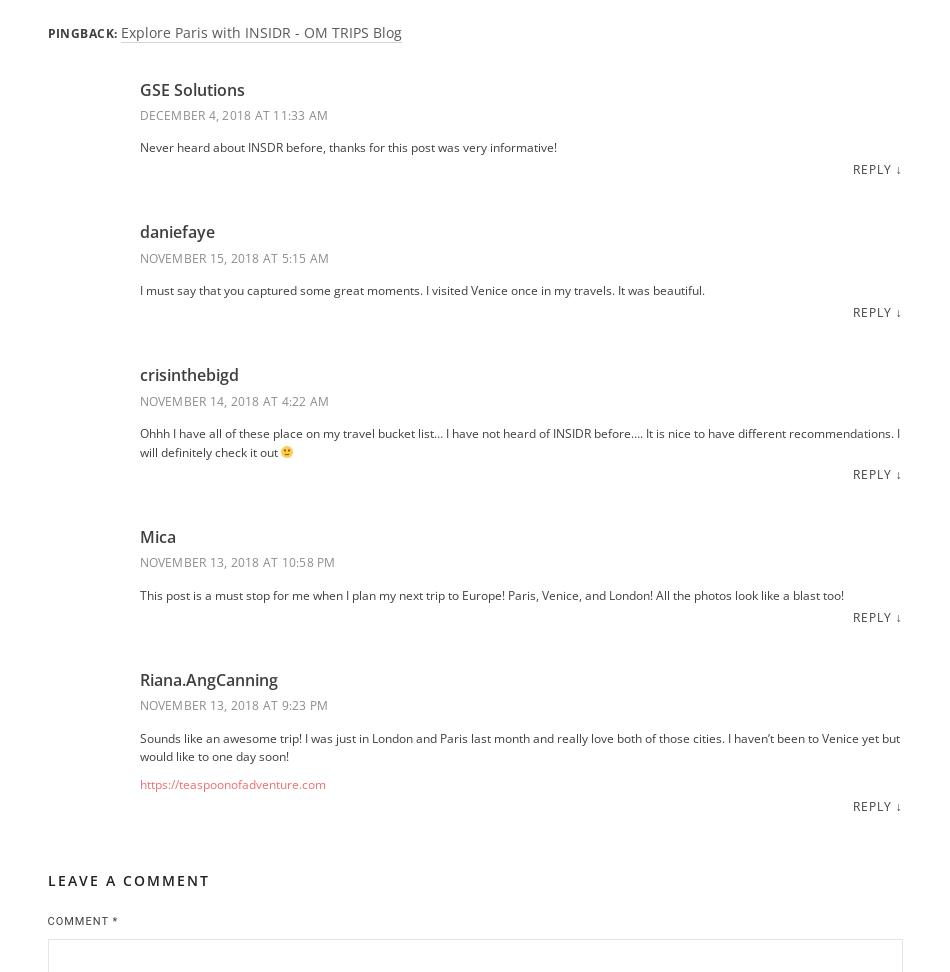 Image resolution: width=950 pixels, height=972 pixels. What do you see at coordinates (237, 561) in the screenshot?
I see `'November 13, 2018									at									10:58 pm'` at bounding box center [237, 561].